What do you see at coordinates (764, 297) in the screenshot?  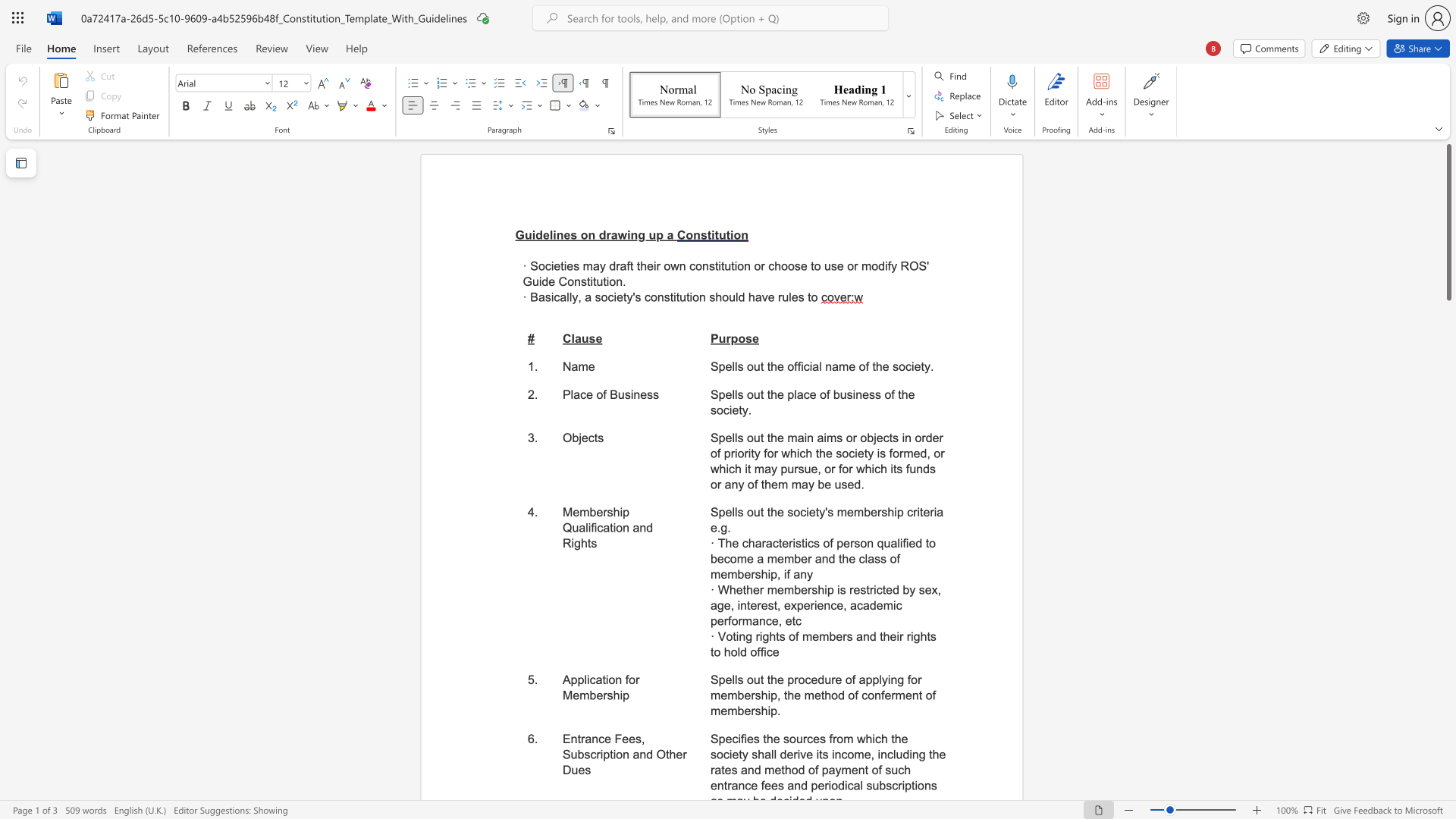 I see `the 1th character "v" in the text` at bounding box center [764, 297].